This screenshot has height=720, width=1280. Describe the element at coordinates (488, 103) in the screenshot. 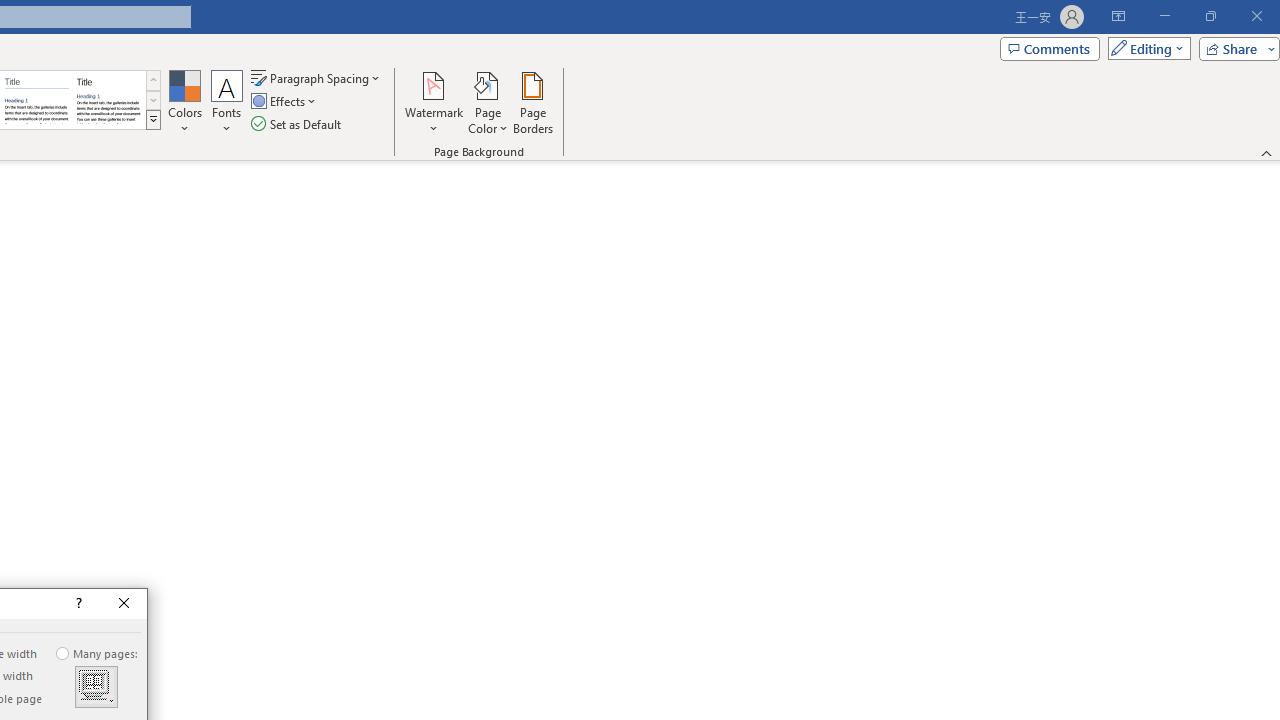

I see `'Page Color'` at that location.